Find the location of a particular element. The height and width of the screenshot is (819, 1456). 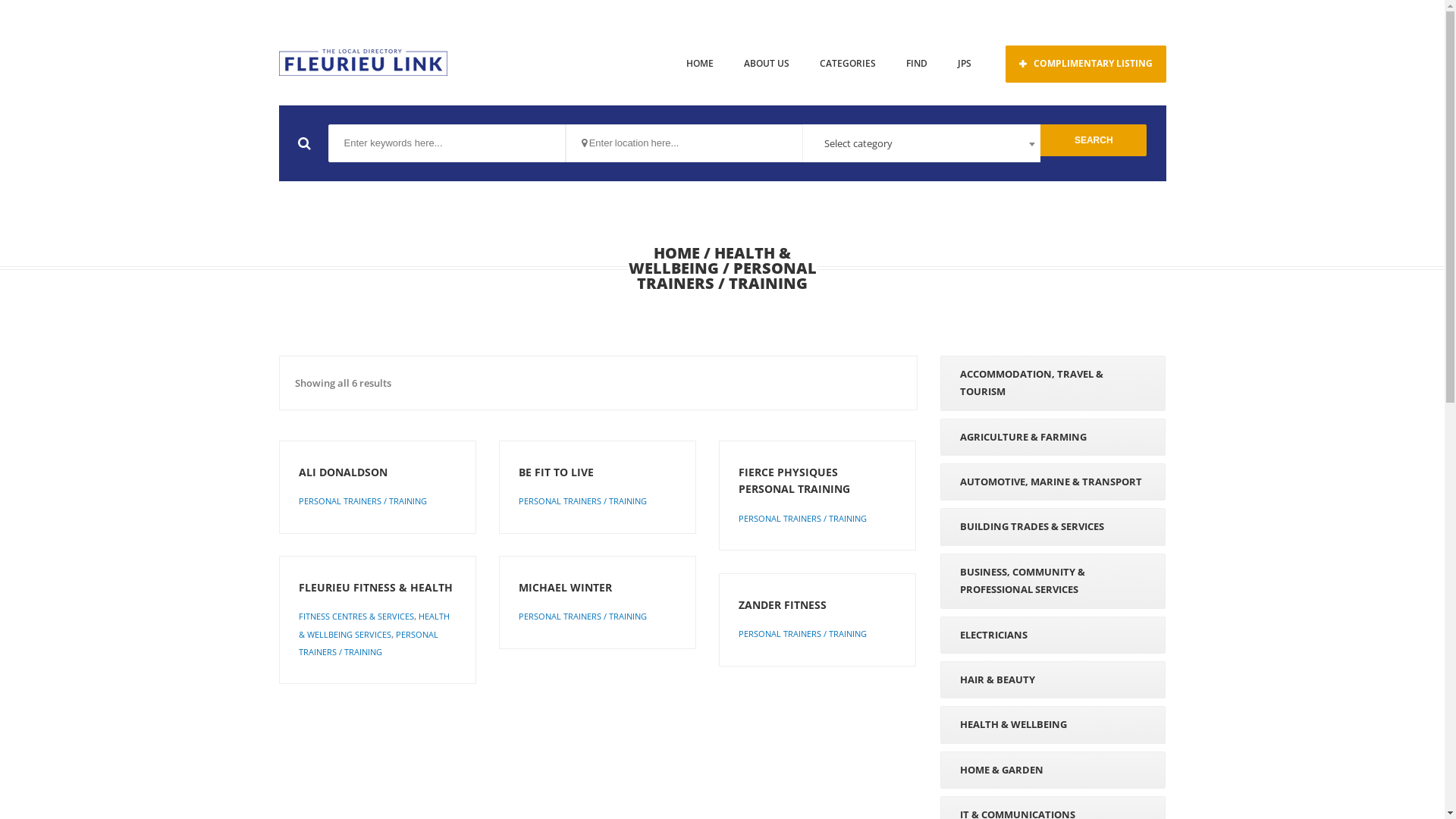

'FITNESS CENTRES & SERVICES' is located at coordinates (356, 616).